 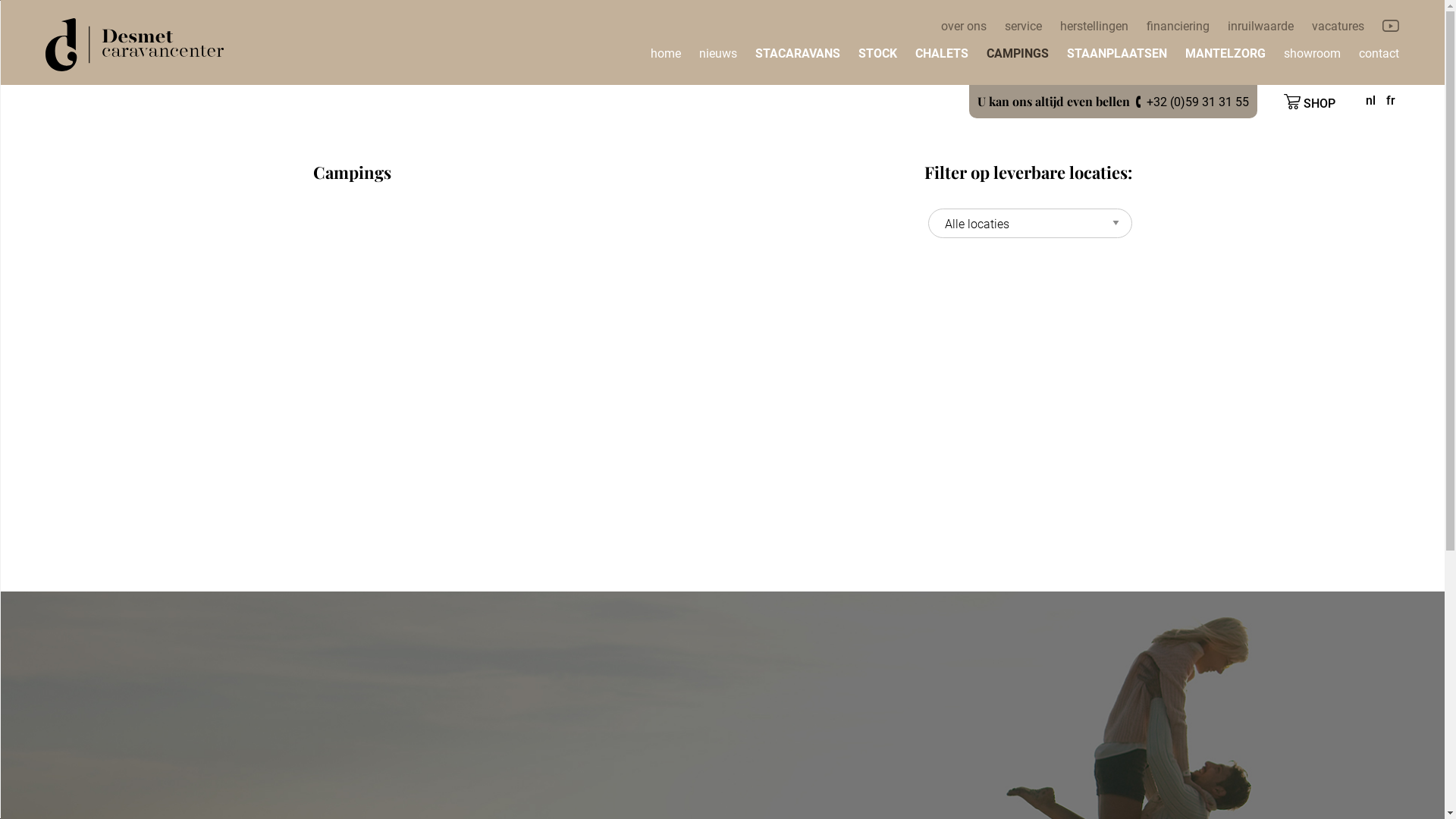 What do you see at coordinates (941, 52) in the screenshot?
I see `'CHALETS'` at bounding box center [941, 52].